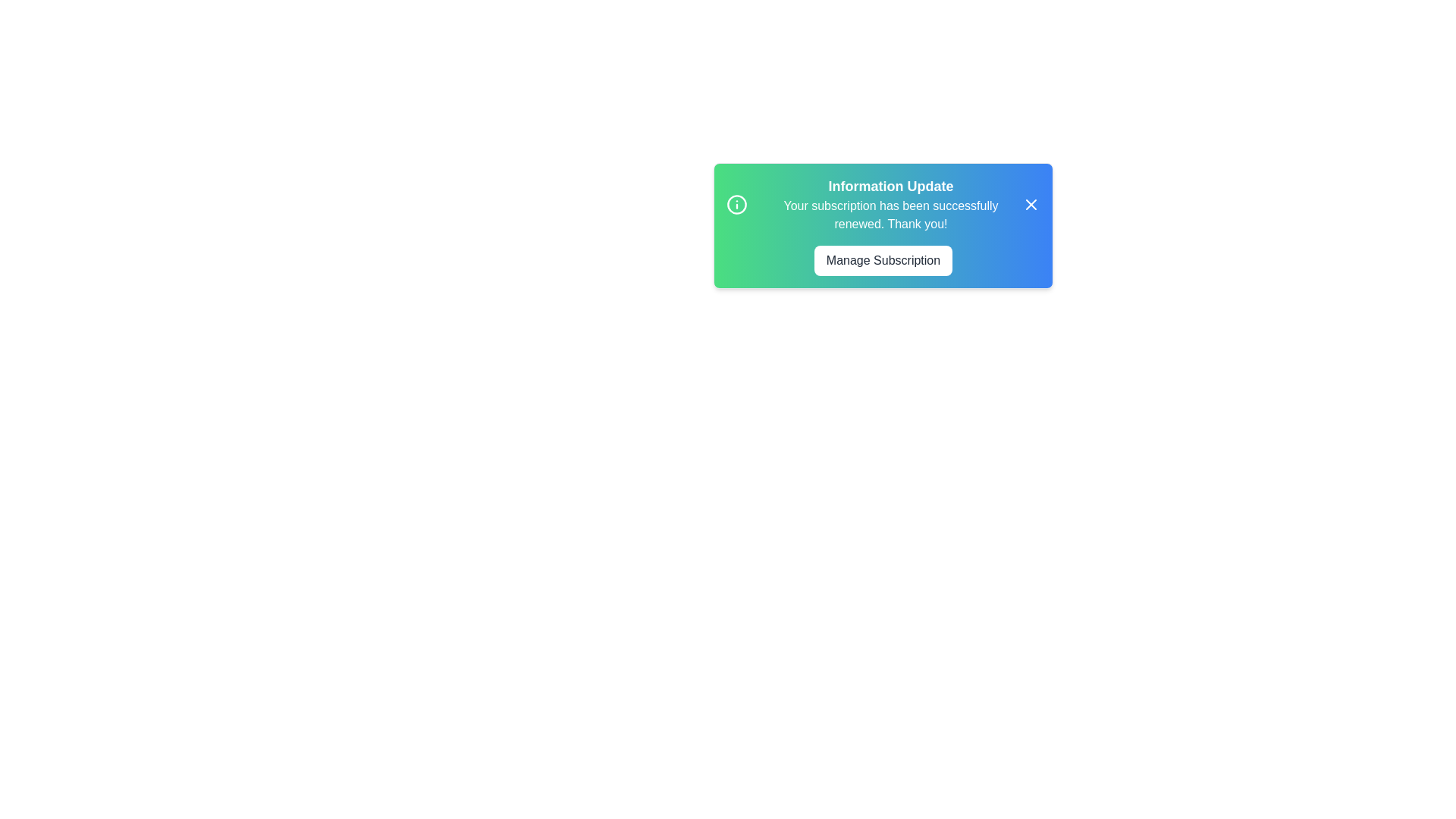 Image resolution: width=1456 pixels, height=819 pixels. What do you see at coordinates (883, 259) in the screenshot?
I see `the 'Manage Subscription' button to observe its hover effect` at bounding box center [883, 259].